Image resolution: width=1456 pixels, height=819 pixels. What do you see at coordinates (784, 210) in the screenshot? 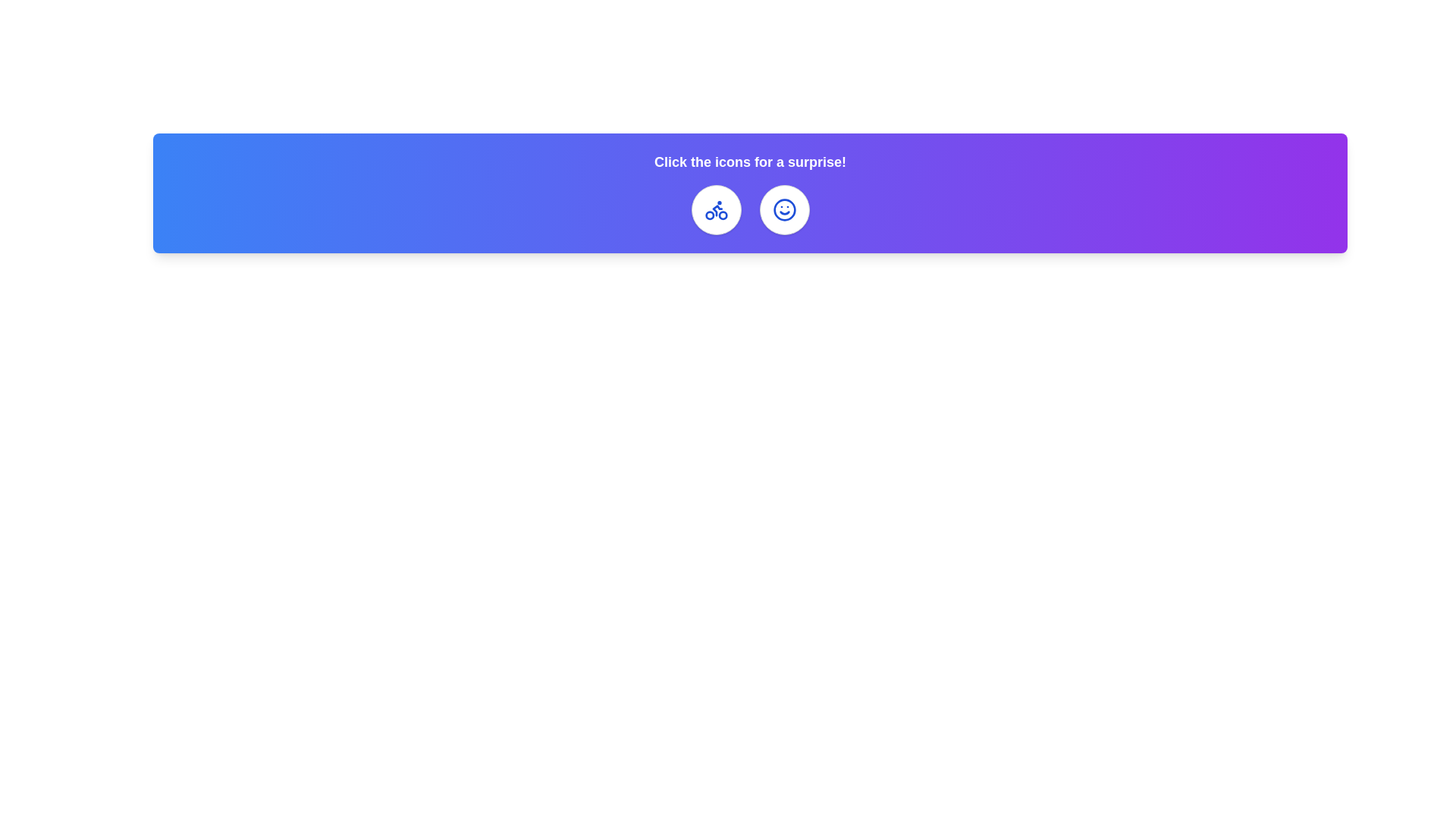
I see `the circular button with a blue smiling face icon, located on the right side of a horizontal group of two buttons in the gradient header` at bounding box center [784, 210].